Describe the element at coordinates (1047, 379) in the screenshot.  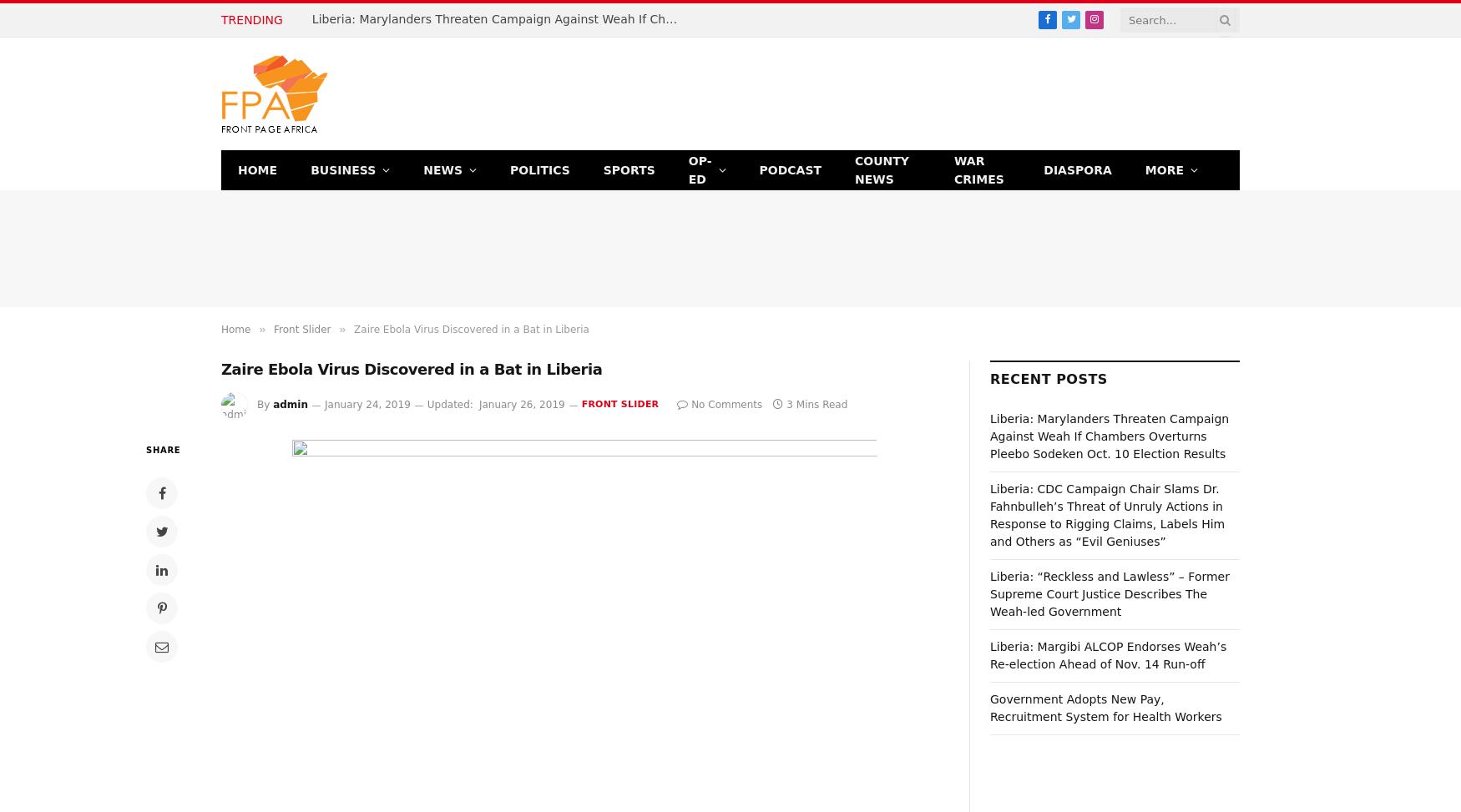
I see `'Recent Posts'` at that location.